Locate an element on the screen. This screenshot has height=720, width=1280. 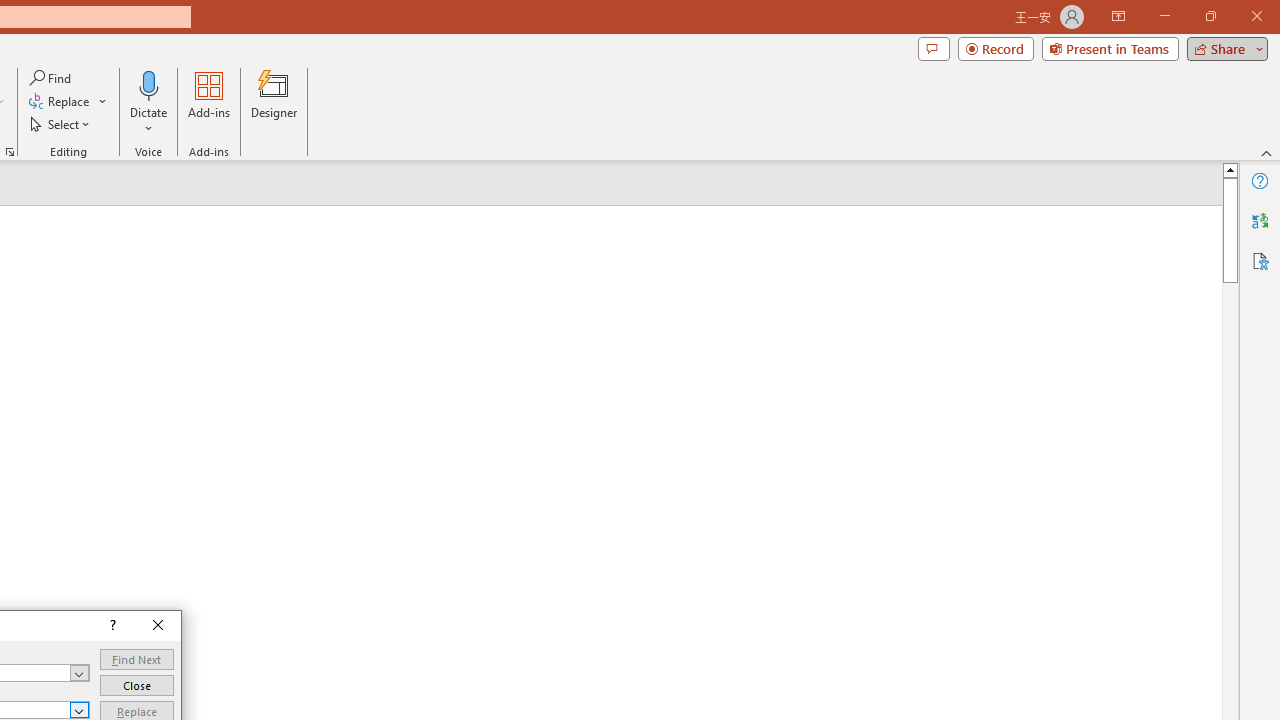
'Replace...' is located at coordinates (60, 101).